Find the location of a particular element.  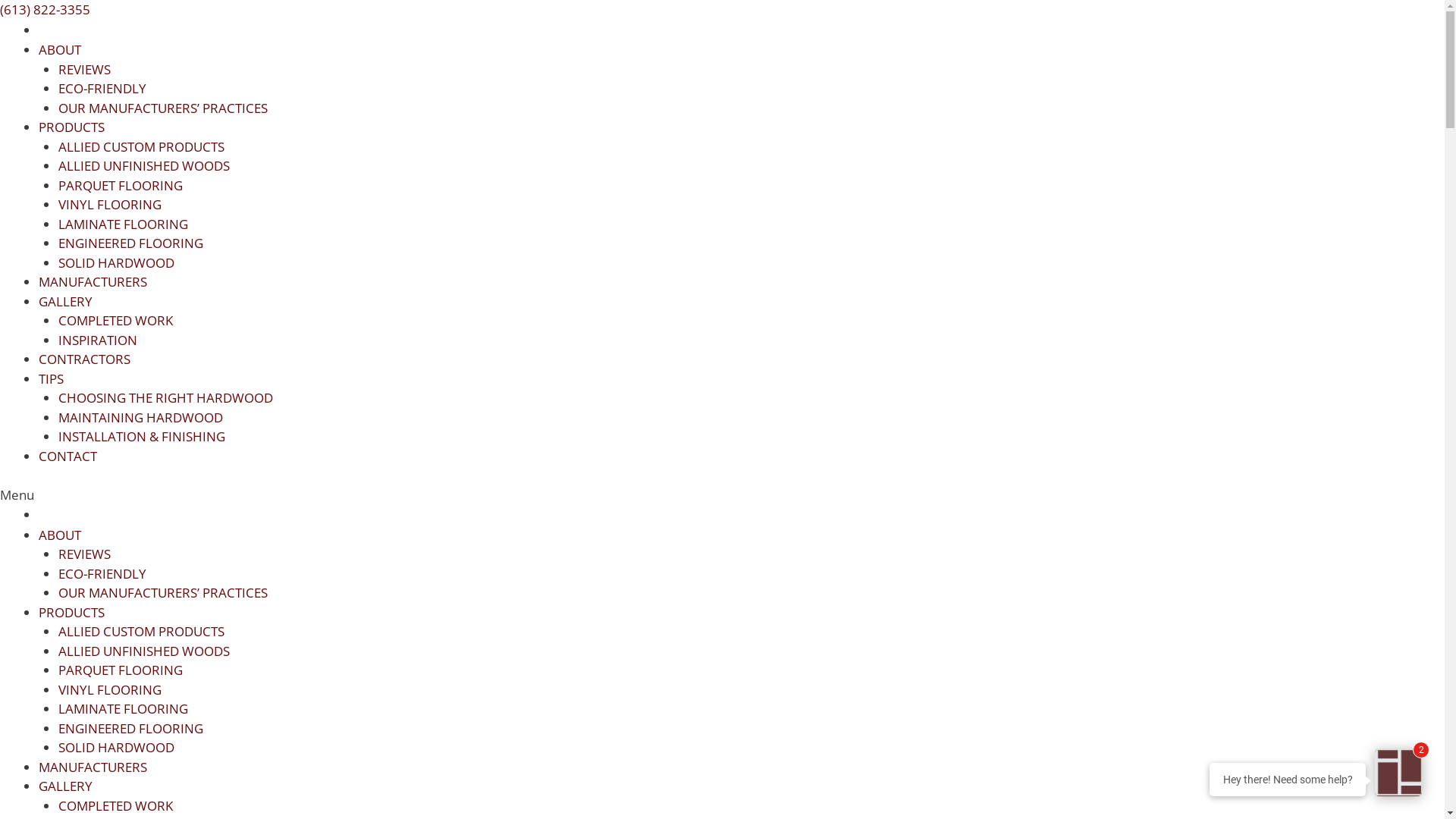

'(613) 822-3355' is located at coordinates (45, 9).